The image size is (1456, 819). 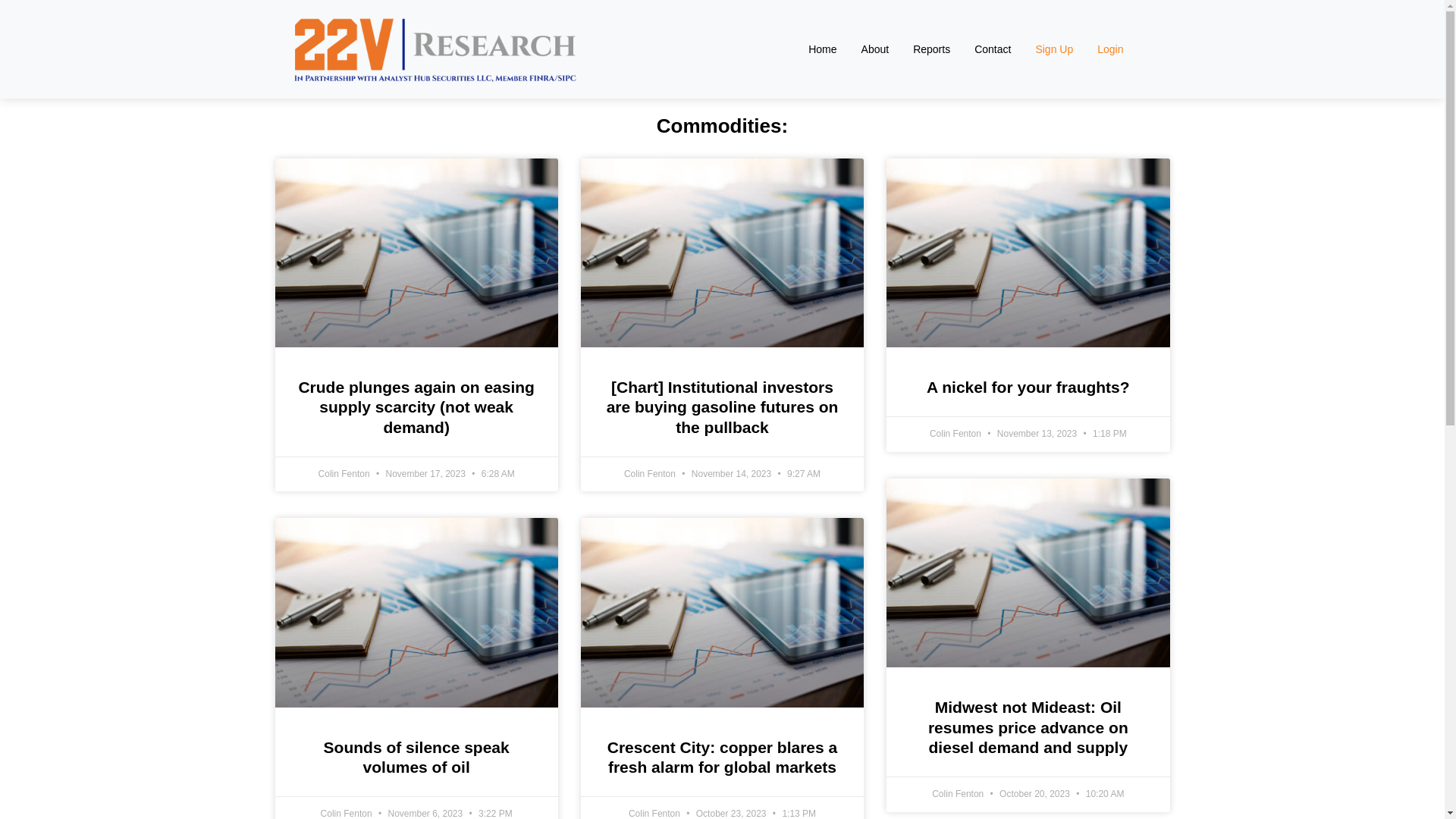 What do you see at coordinates (930, 49) in the screenshot?
I see `'Reports'` at bounding box center [930, 49].